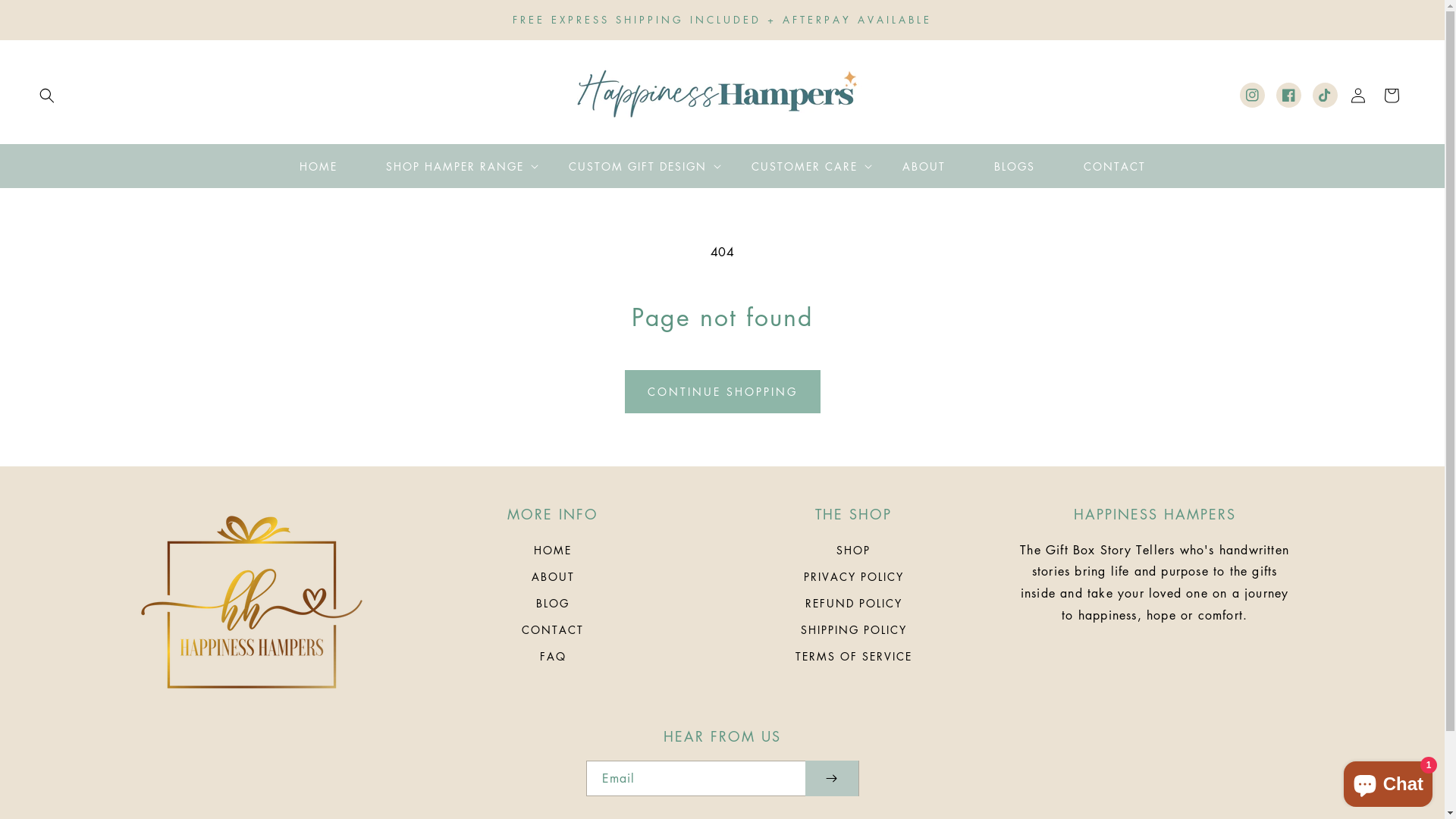  I want to click on 'CONTINUE SHOPPING', so click(625, 391).